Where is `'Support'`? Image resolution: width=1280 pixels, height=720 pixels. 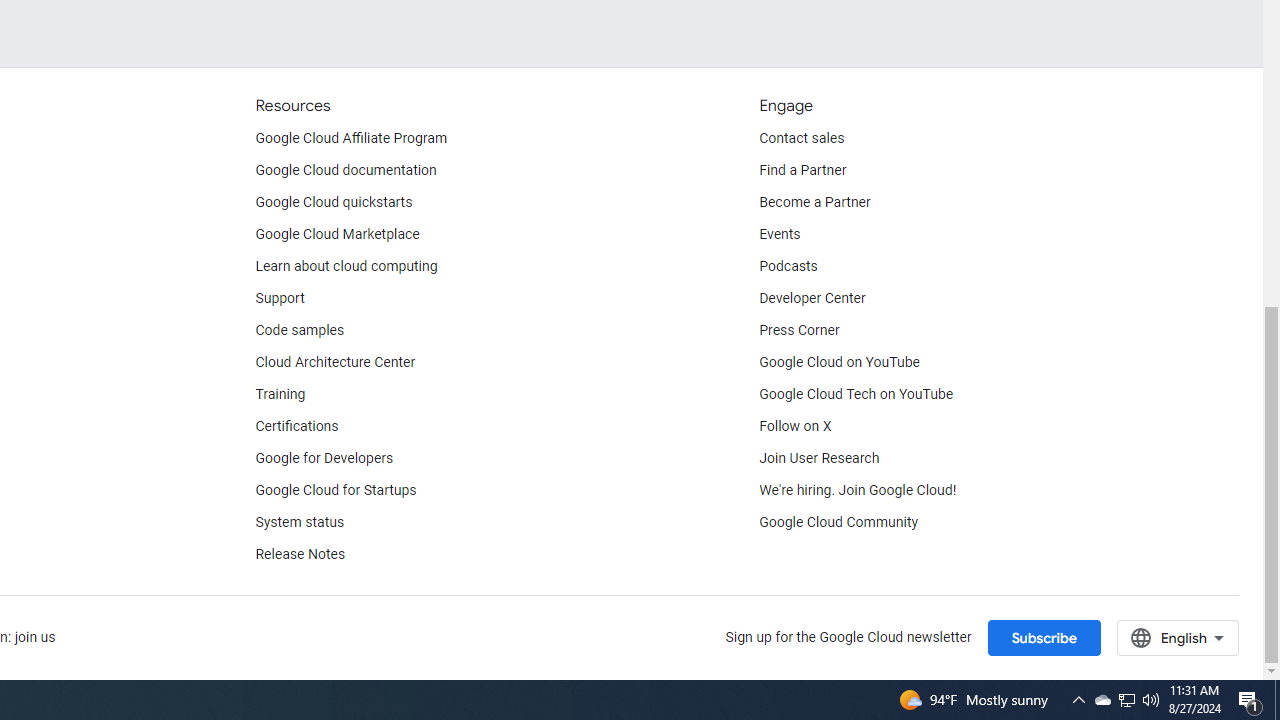
'Support' is located at coordinates (278, 299).